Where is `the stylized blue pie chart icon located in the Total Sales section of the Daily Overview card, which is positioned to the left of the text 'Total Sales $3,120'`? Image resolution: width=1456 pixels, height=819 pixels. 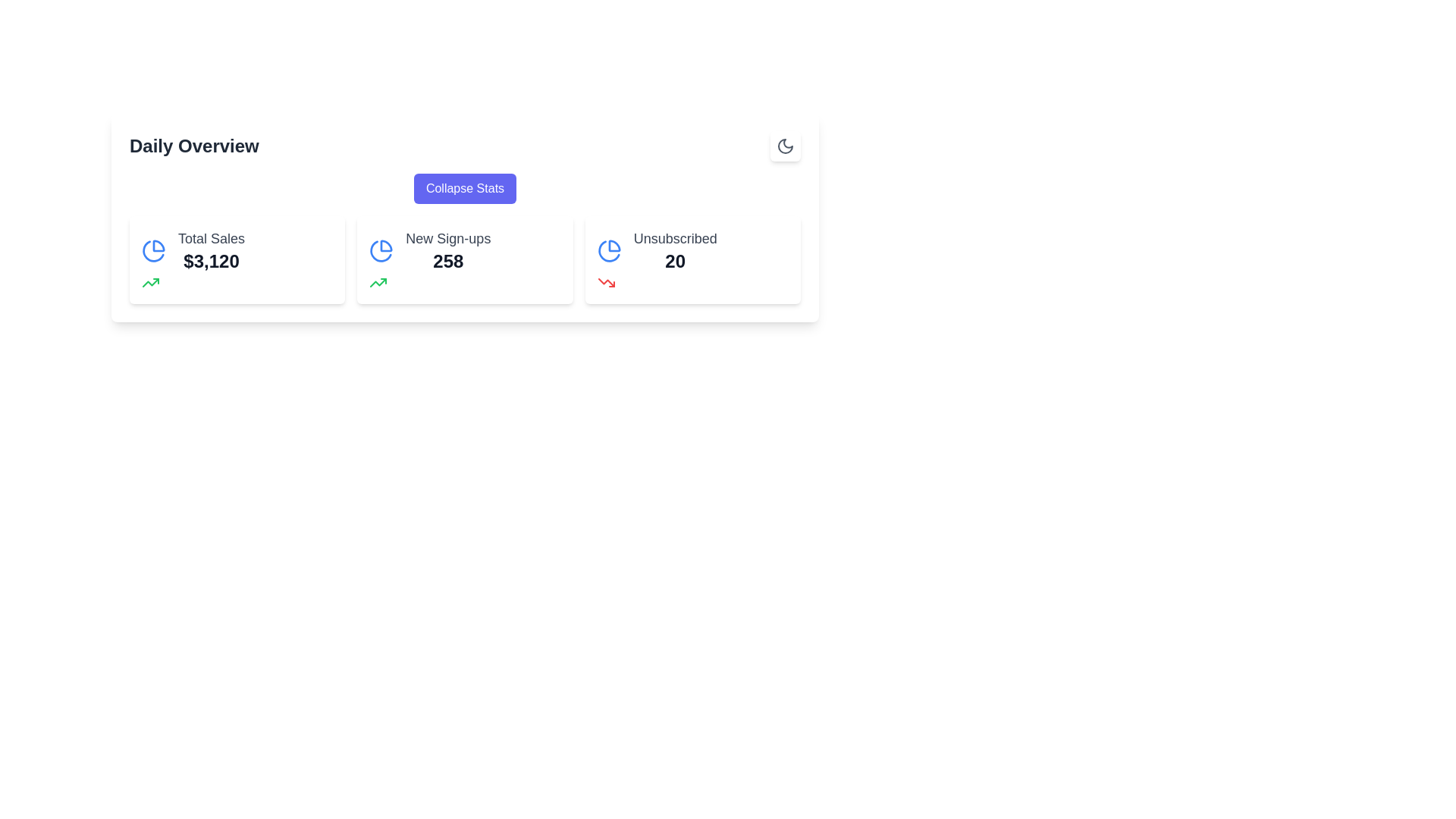
the stylized blue pie chart icon located in the Total Sales section of the Daily Overview card, which is positioned to the left of the text 'Total Sales $3,120' is located at coordinates (153, 250).